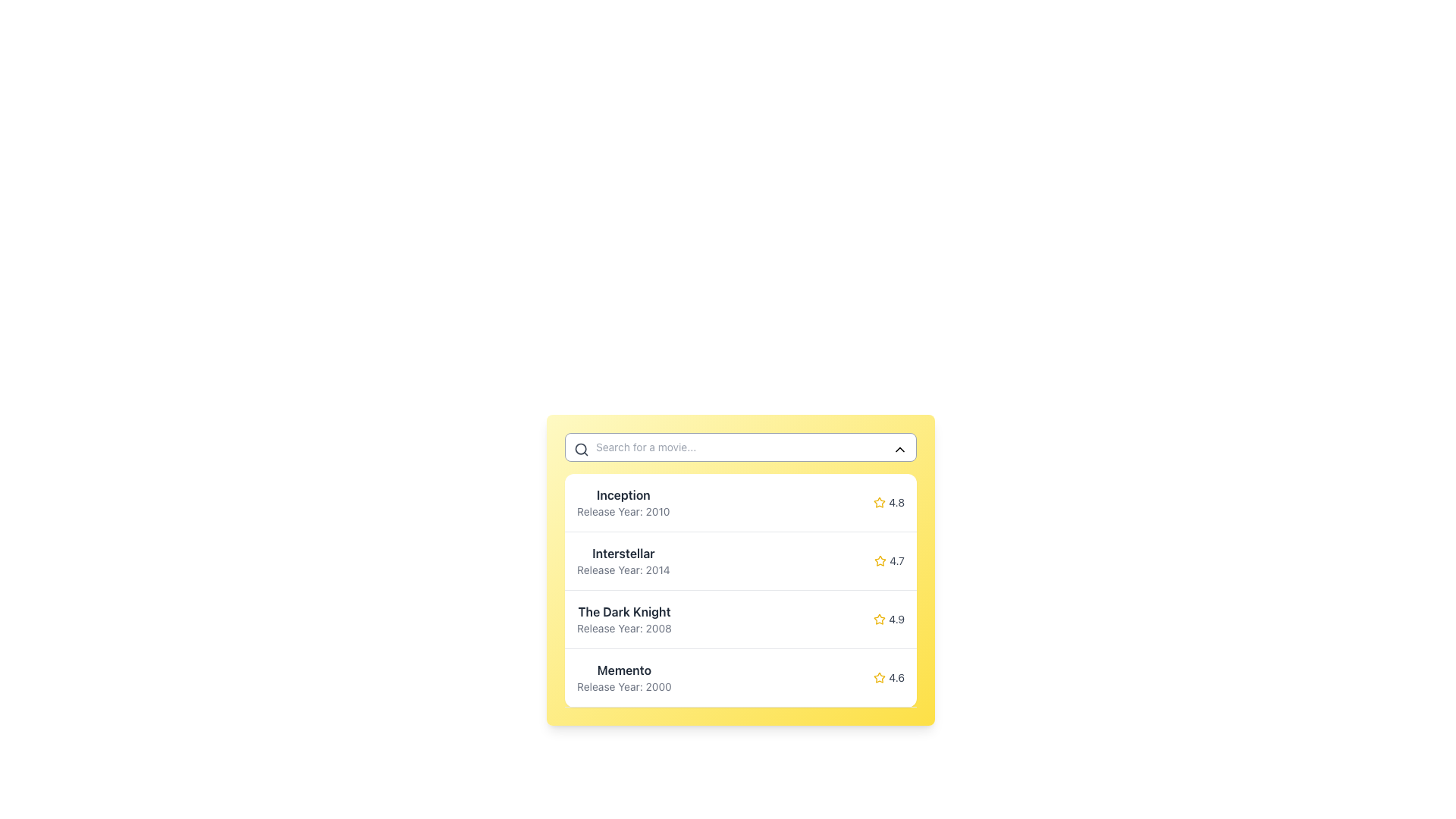 The image size is (1456, 819). What do you see at coordinates (623, 512) in the screenshot?
I see `the text label displaying 'Release Year: 2010', which is located below the movie title 'Inception' in the movie list` at bounding box center [623, 512].